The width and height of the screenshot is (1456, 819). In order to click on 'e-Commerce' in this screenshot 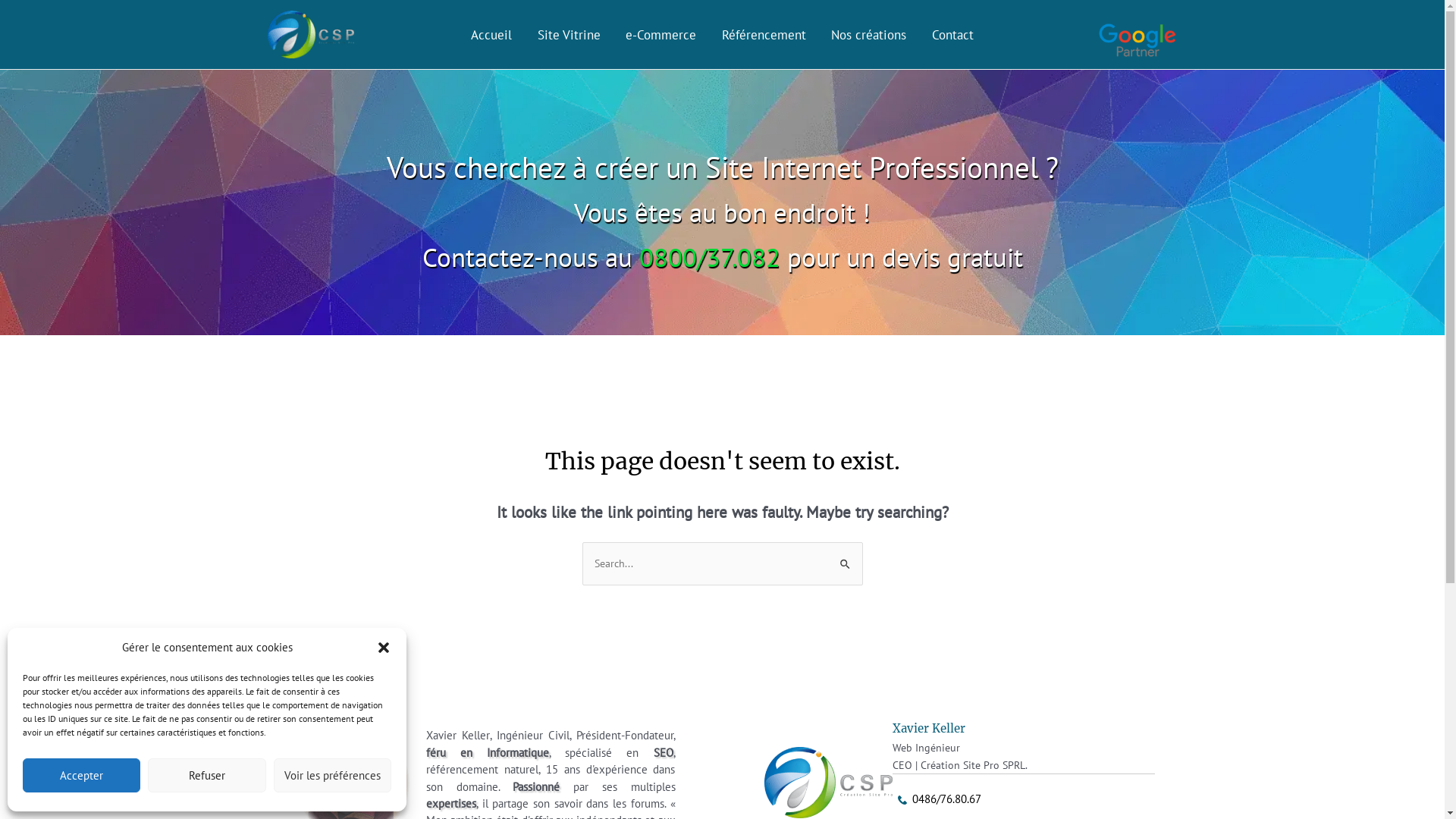, I will do `click(661, 34)`.